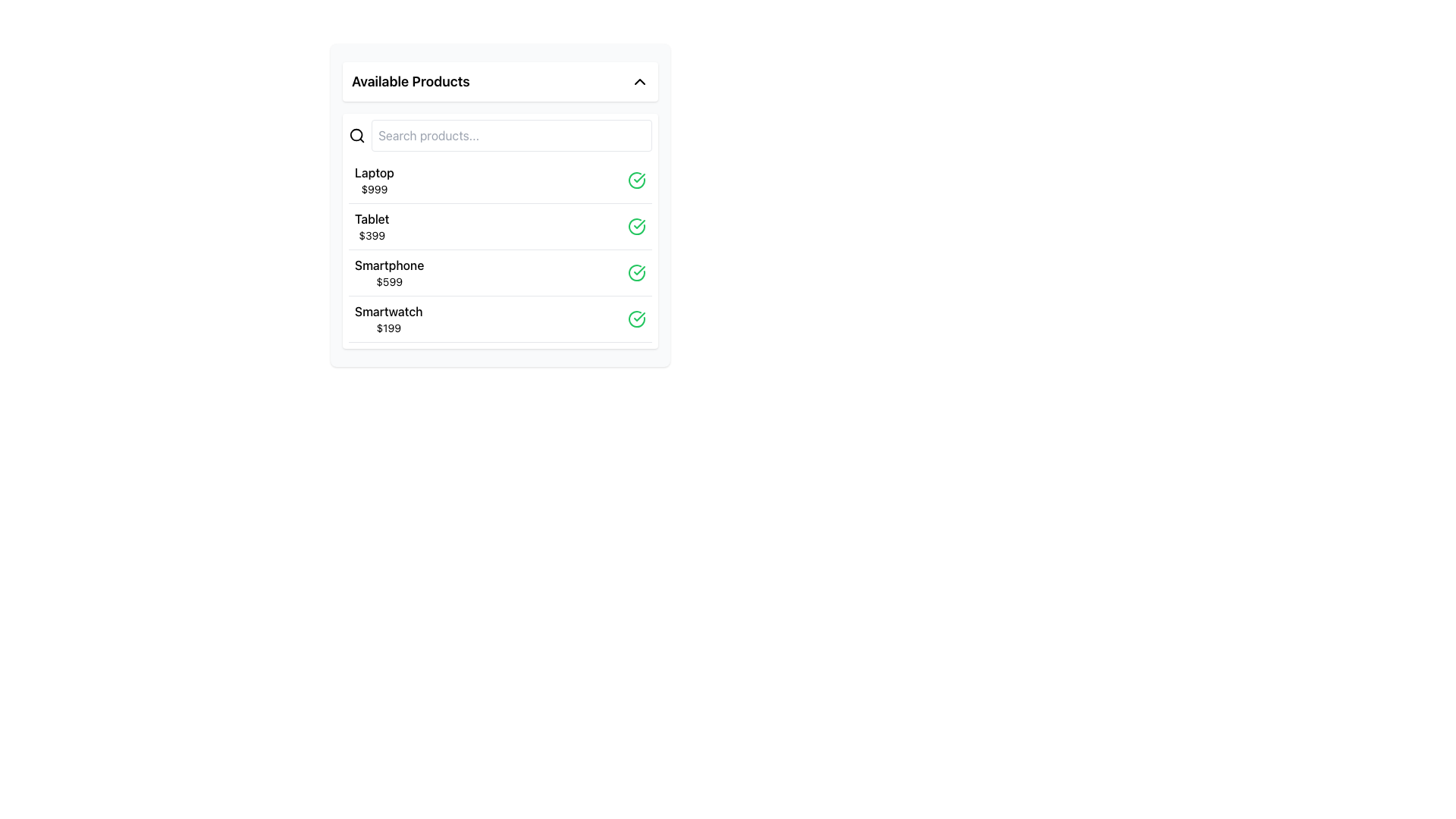 Image resolution: width=1456 pixels, height=819 pixels. Describe the element at coordinates (356, 134) in the screenshot. I see `the search icon decoration represented by a magnifying glass, located to the left of the input field labeled 'Search products...' and above the product list` at that location.